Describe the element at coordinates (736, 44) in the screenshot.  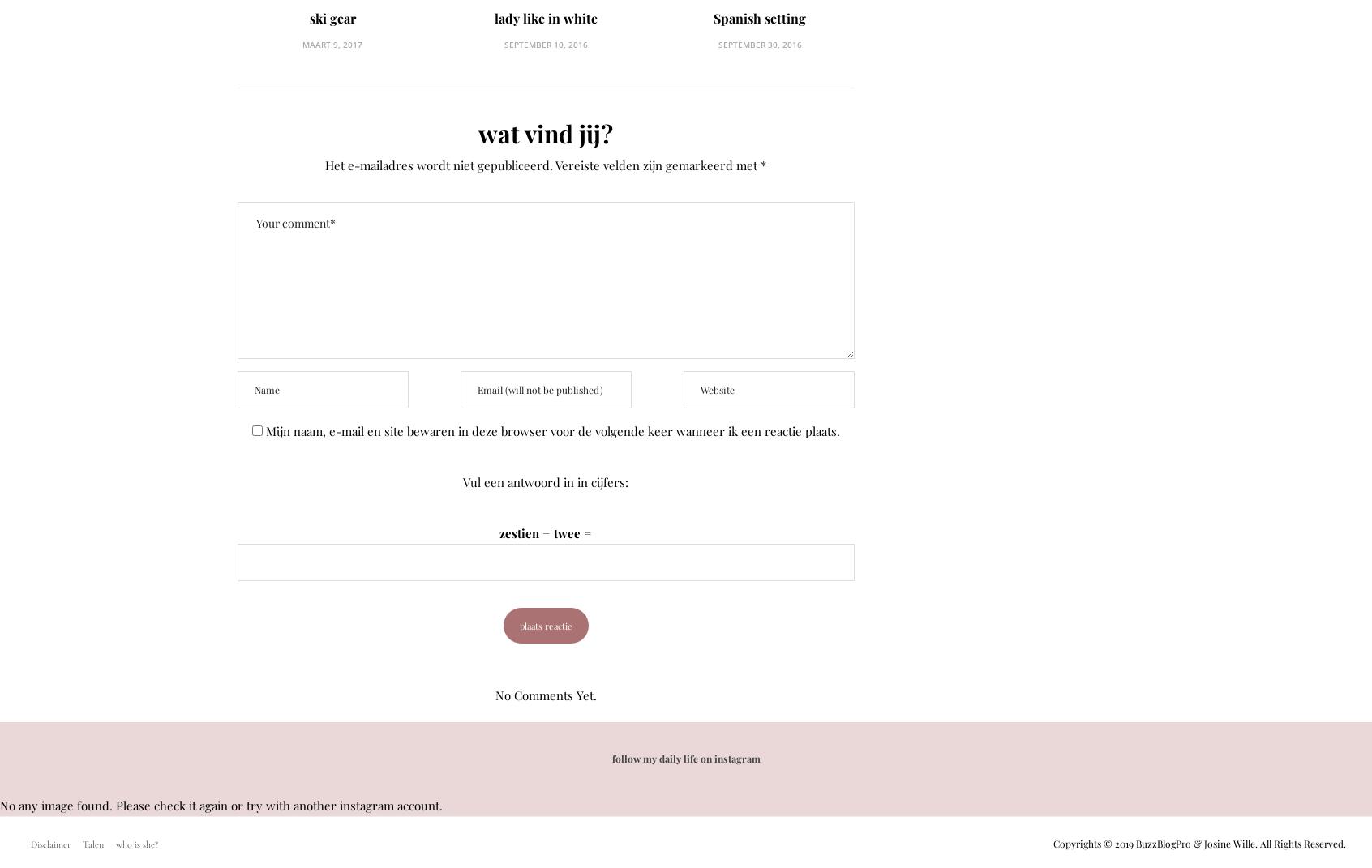
I see `'september 30, 2016'` at that location.